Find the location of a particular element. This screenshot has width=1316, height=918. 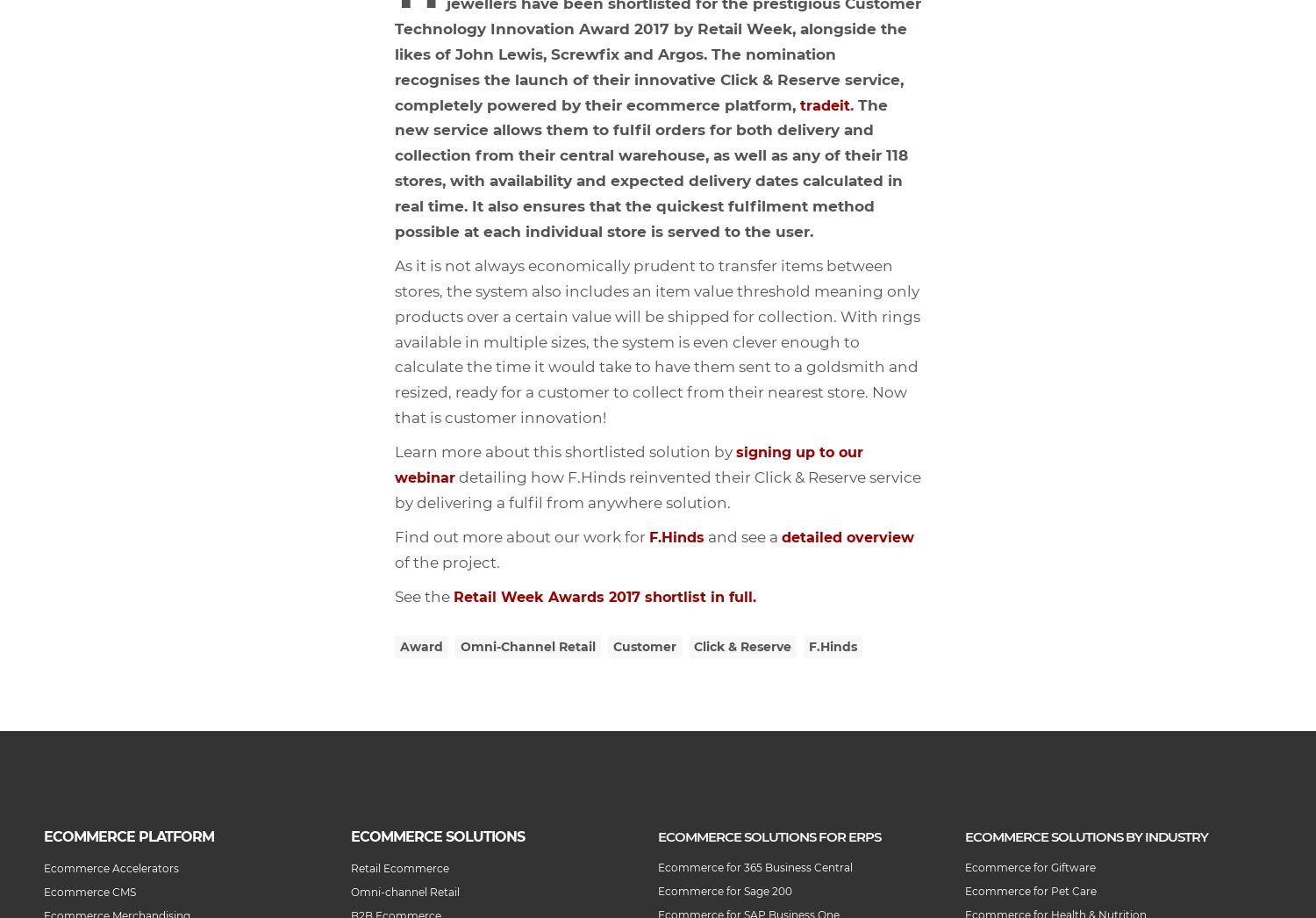

'Three great ways Something Different Wholesale increase AOV and revenue from their existing customer base' is located at coordinates (160, 367).